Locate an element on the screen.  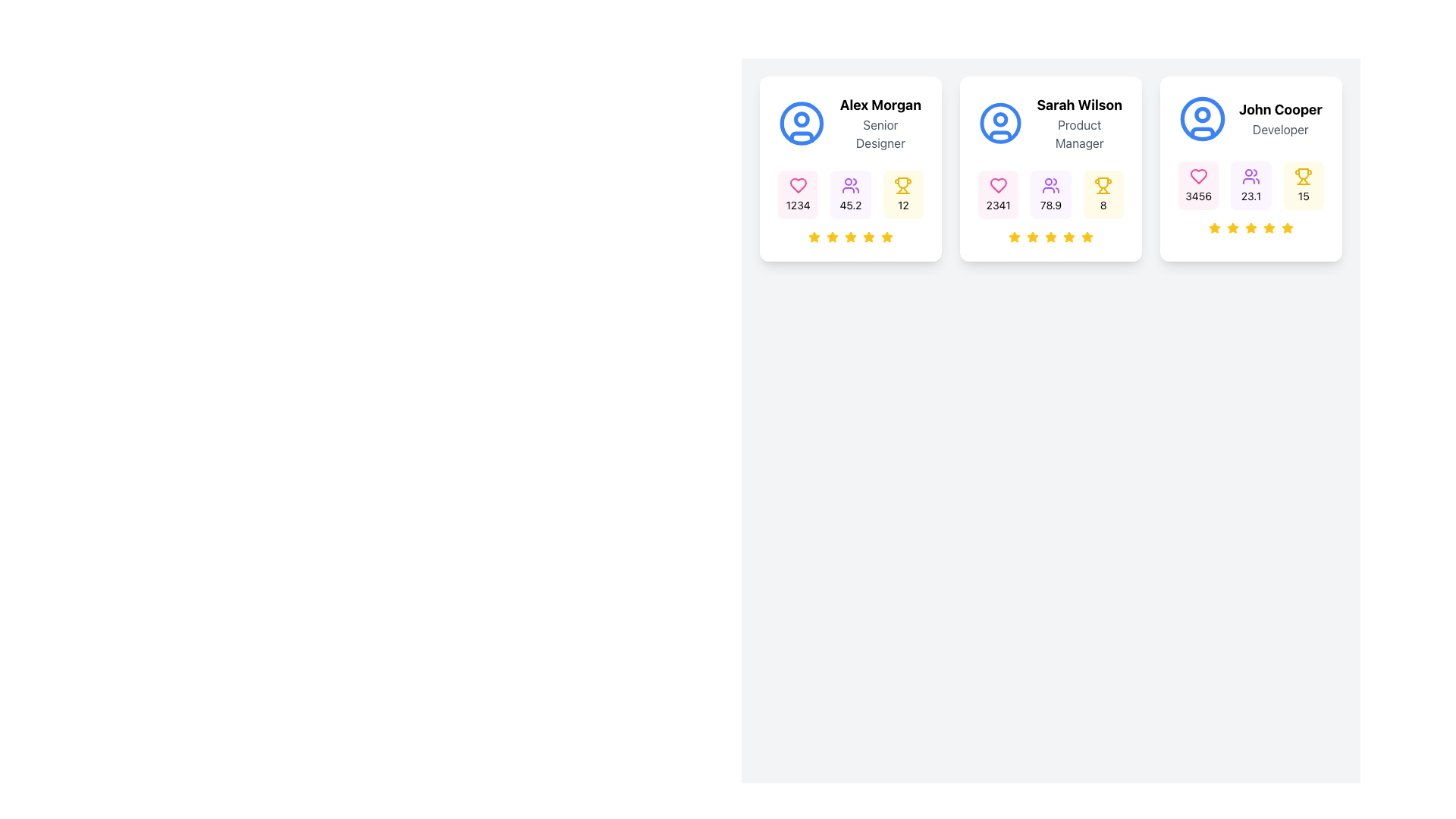
the Statistical display component featuring a pink heart icon and the number 1234, located in the top left of the grid within the white card labeled 'Alex Morgan' is located at coordinates (797, 194).